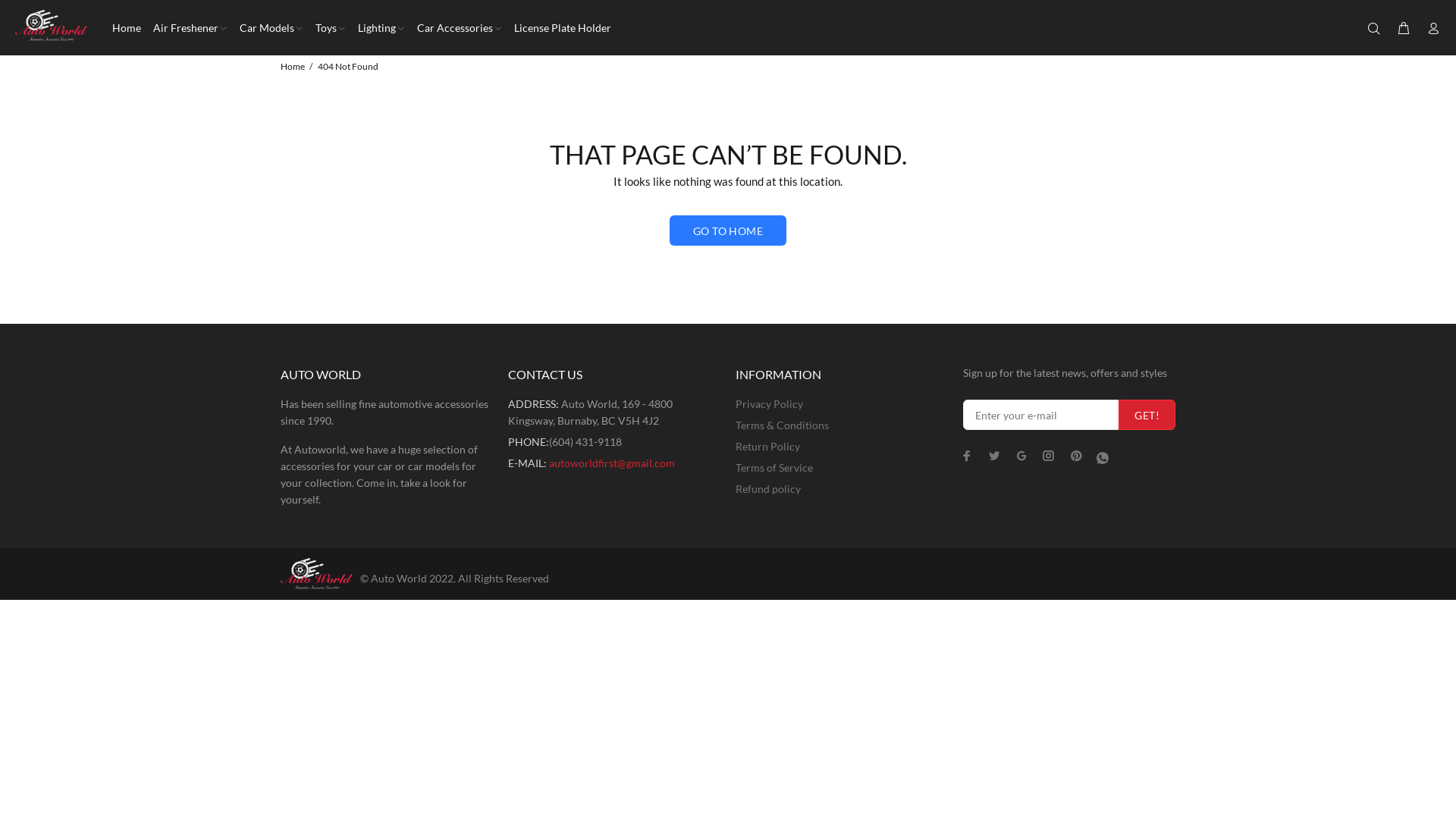 Image resolution: width=1456 pixels, height=819 pixels. Describe the element at coordinates (782, 425) in the screenshot. I see `'Terms & Conditions'` at that location.